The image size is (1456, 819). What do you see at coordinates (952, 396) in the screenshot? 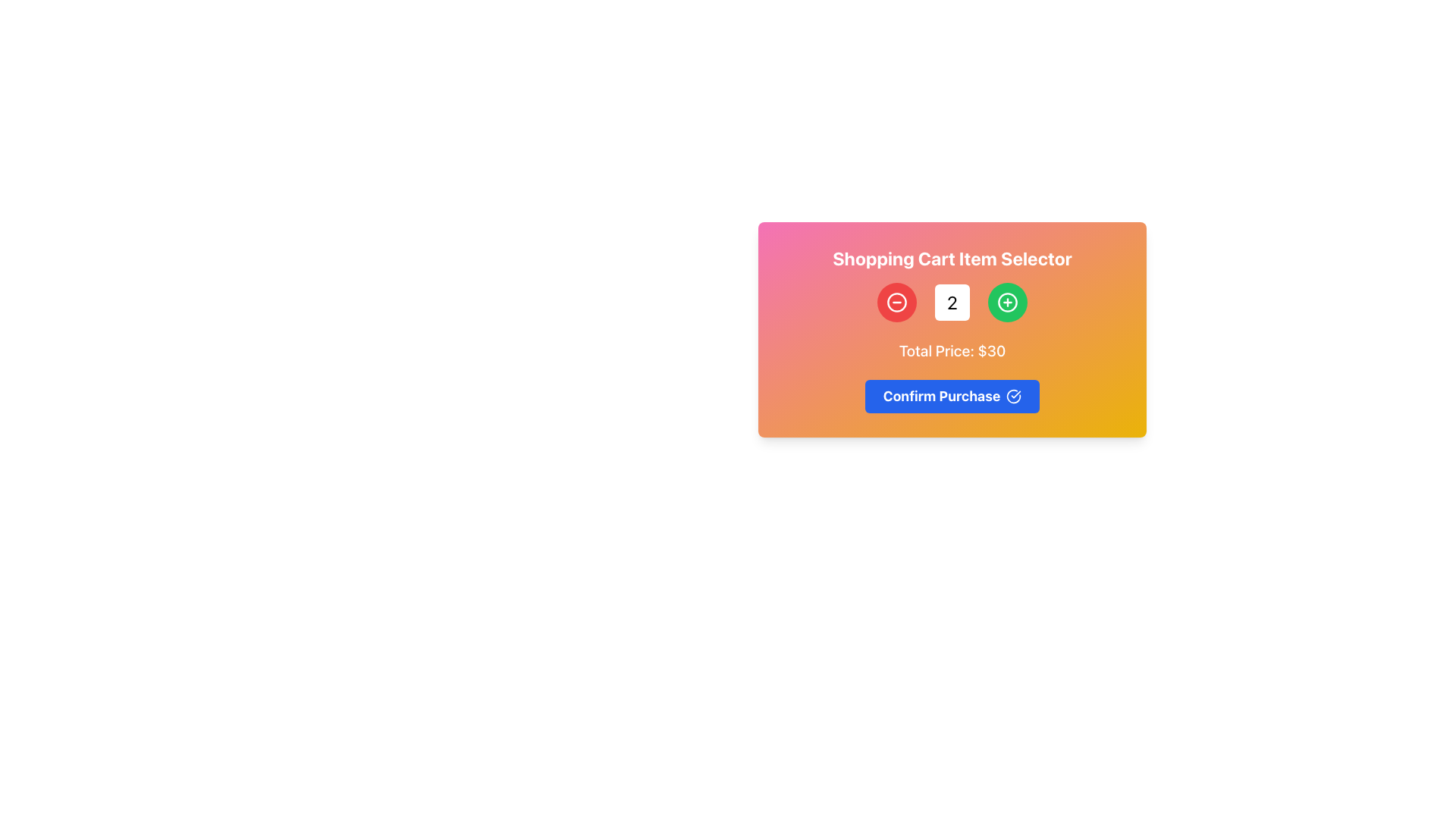
I see `the rectangular blue 'Confirm Purchase' button with white bold text and a circular checkmark icon` at bounding box center [952, 396].